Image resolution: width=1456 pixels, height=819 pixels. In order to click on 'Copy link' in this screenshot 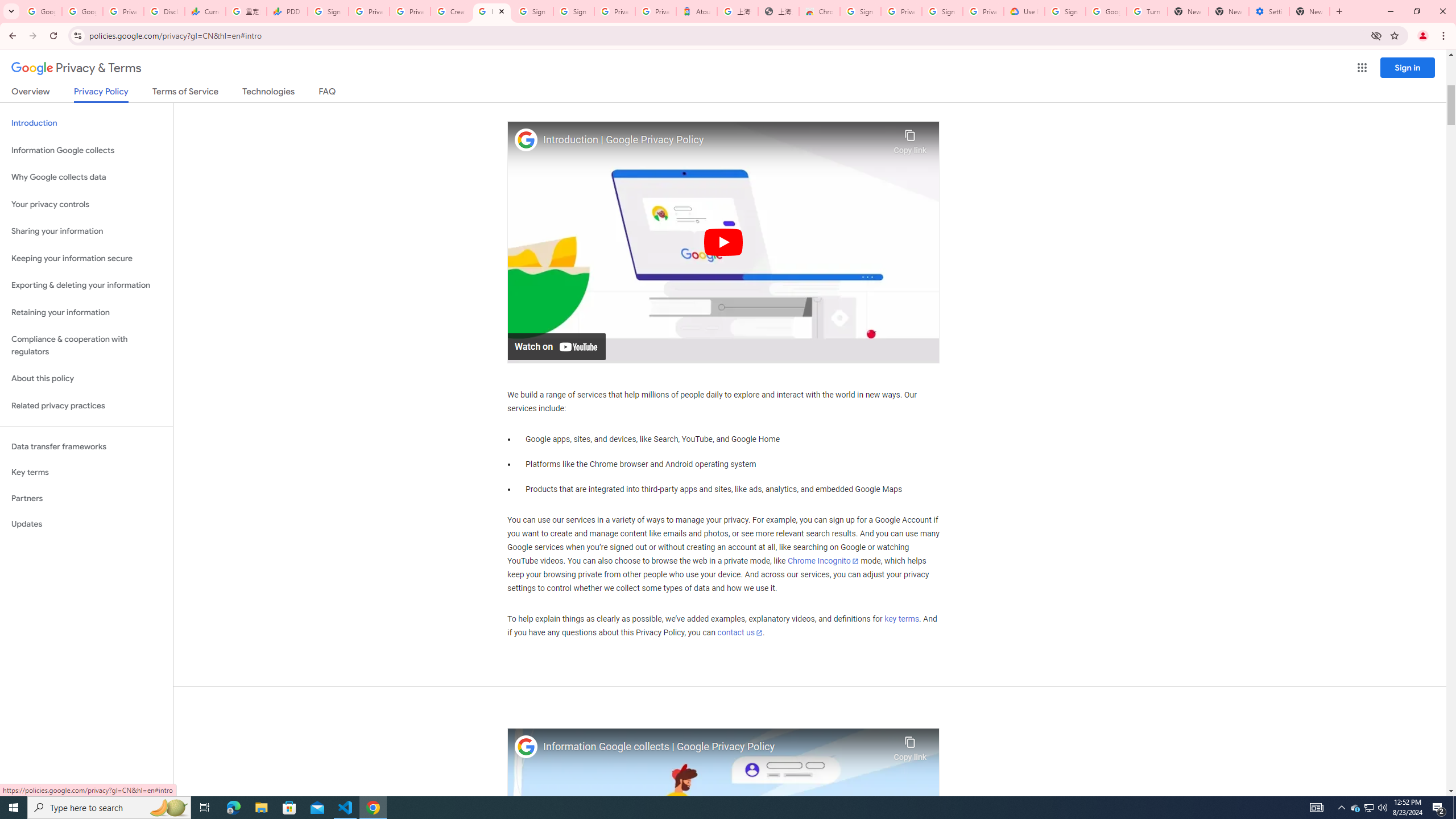, I will do `click(909, 745)`.